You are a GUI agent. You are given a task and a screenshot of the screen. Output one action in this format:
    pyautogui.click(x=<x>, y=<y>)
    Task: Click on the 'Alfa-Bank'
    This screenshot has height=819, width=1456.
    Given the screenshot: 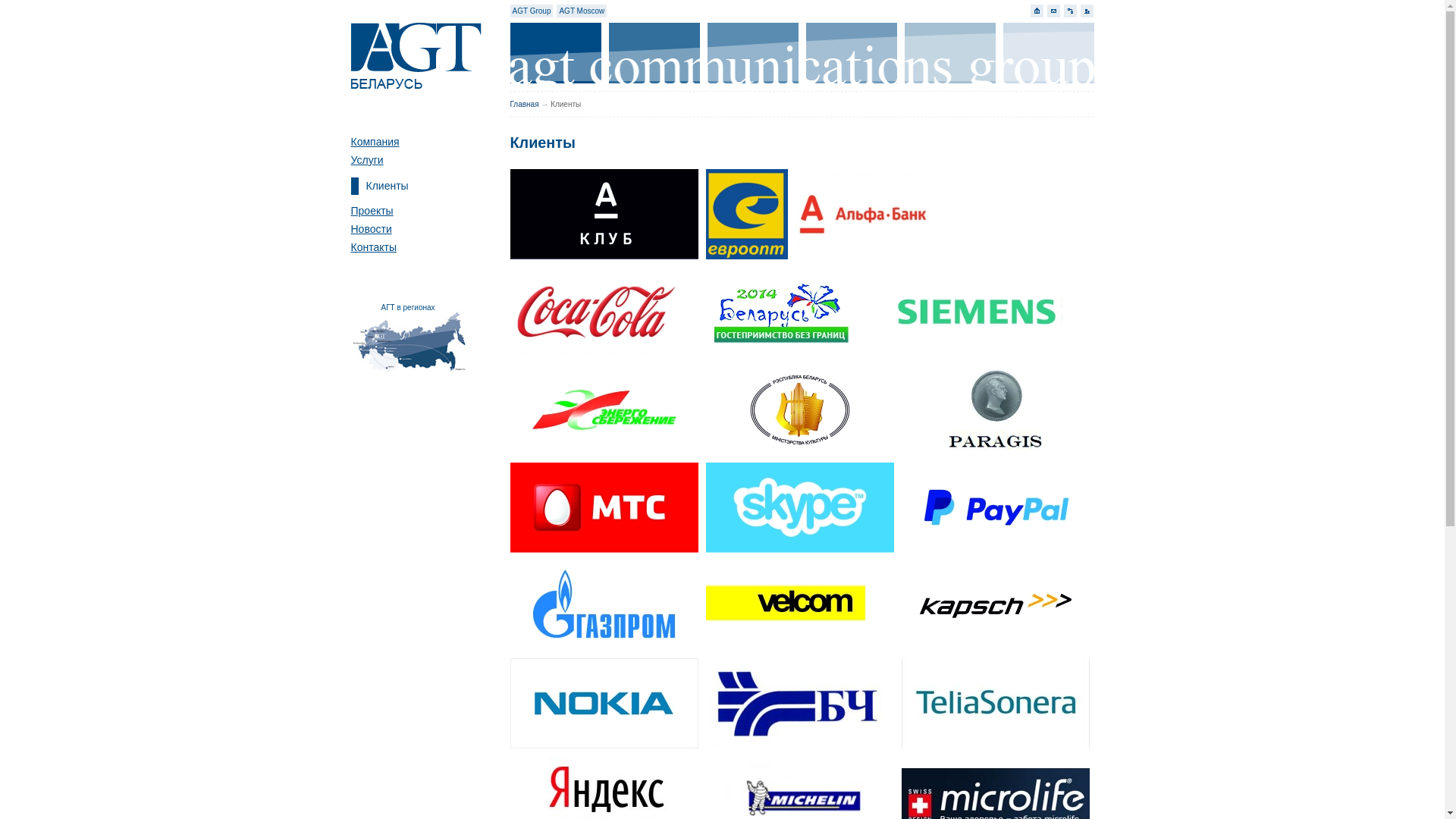 What is the action you would take?
    pyautogui.click(x=862, y=214)
    